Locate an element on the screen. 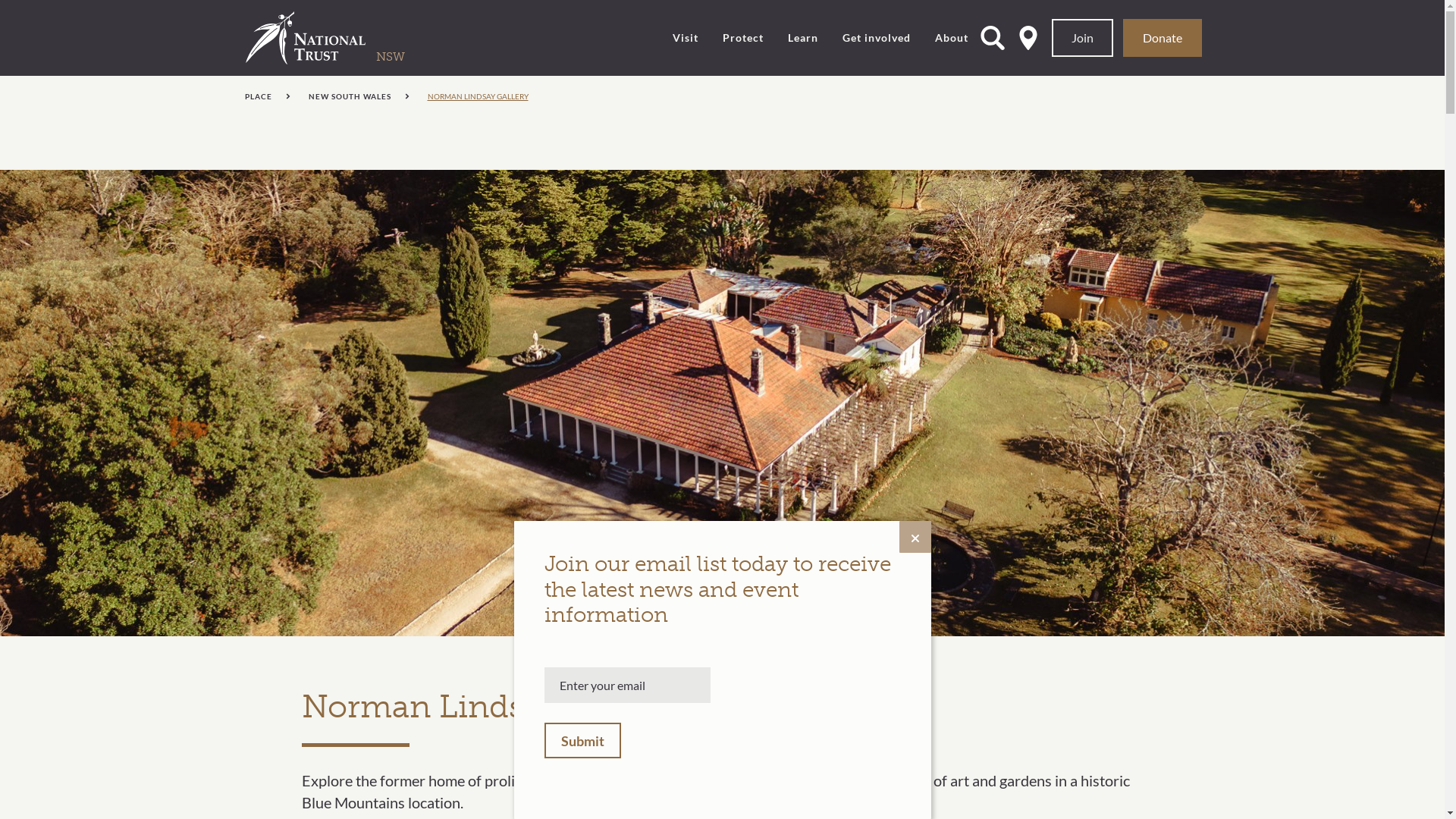  'Protect' is located at coordinates (742, 37).